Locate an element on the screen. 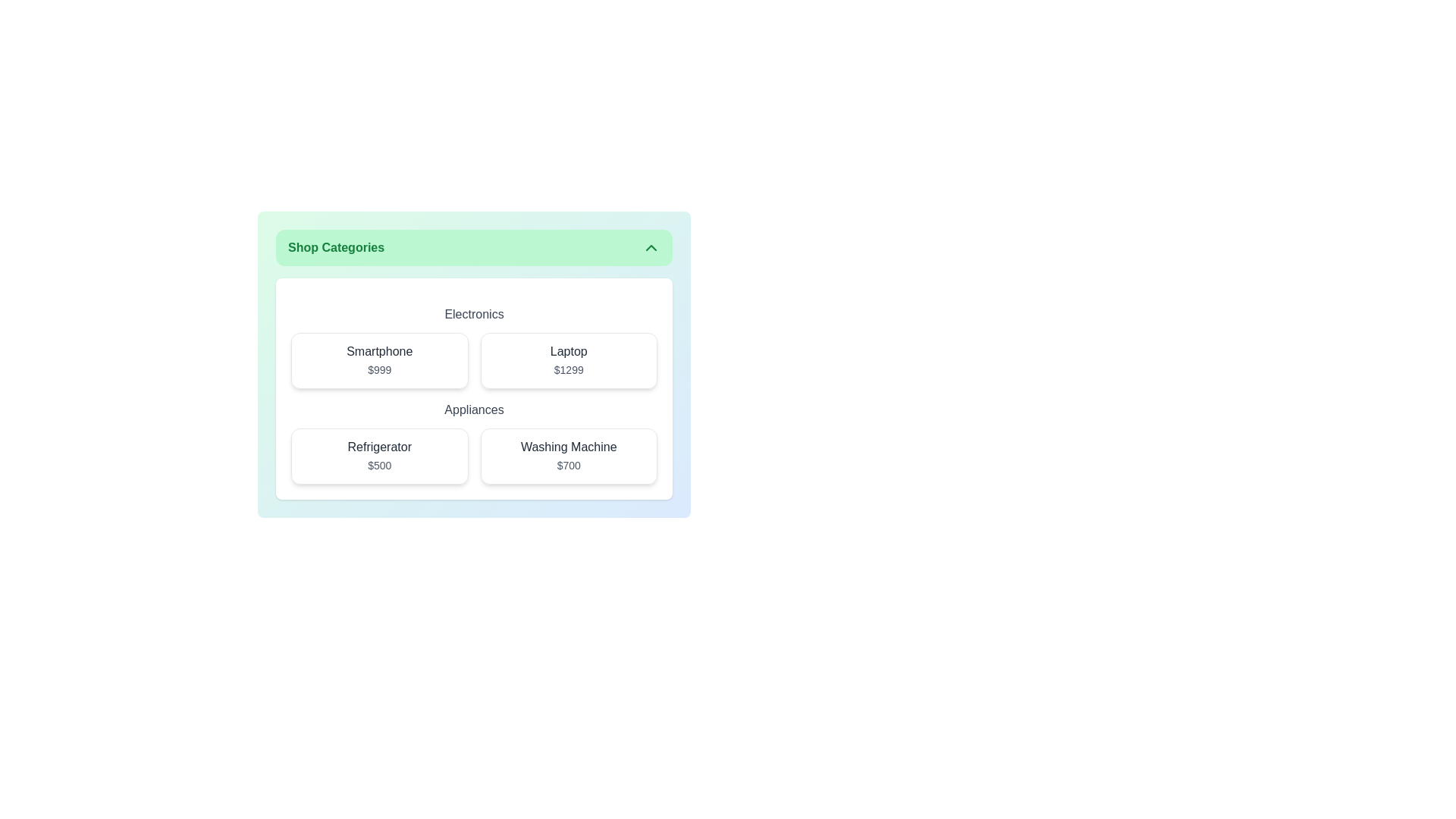 This screenshot has height=819, width=1456. the text label that serves as the title or name of the product, located above the price text ('$1299') and centered horizontally within the card is located at coordinates (568, 351).